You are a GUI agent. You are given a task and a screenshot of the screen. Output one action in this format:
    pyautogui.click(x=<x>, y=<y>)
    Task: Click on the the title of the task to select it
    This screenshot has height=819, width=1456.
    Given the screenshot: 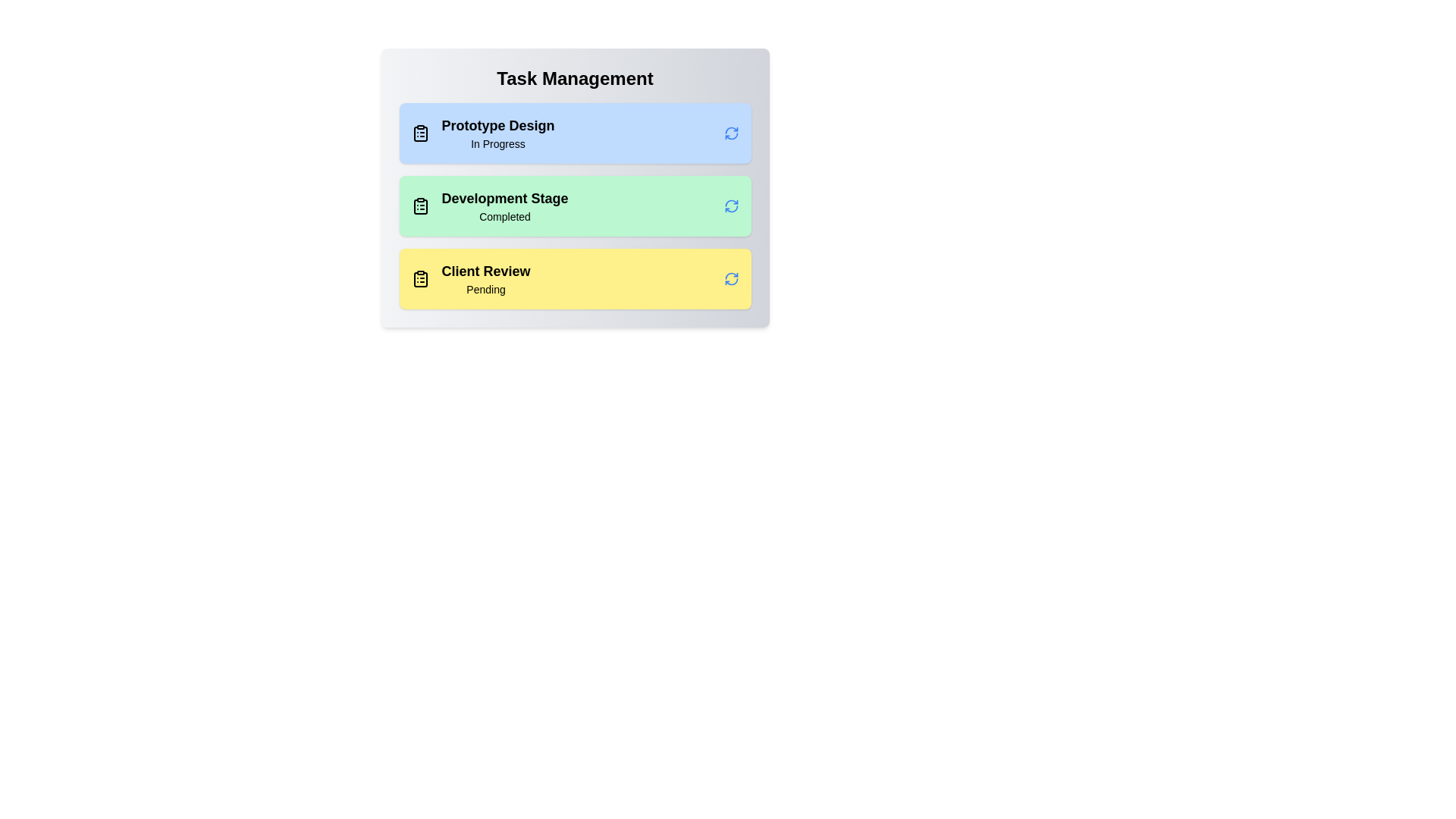 What is the action you would take?
    pyautogui.click(x=498, y=124)
    